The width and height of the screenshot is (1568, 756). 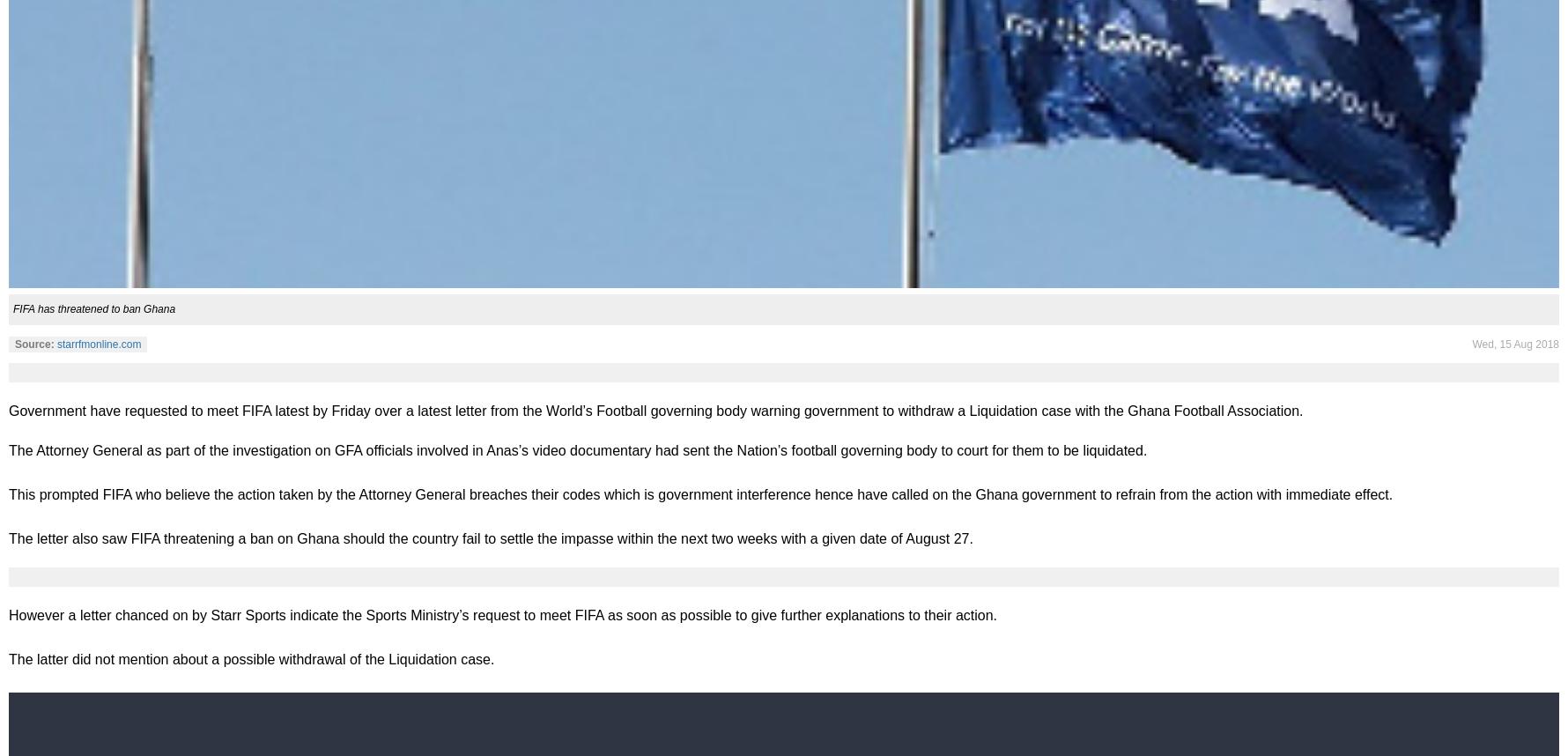 I want to click on 'However a letter chanced on by Starr Sports indicate the Sports Ministry’s request to meet FIFA as soon as possible to give further explanations to their action.', so click(x=8, y=614).